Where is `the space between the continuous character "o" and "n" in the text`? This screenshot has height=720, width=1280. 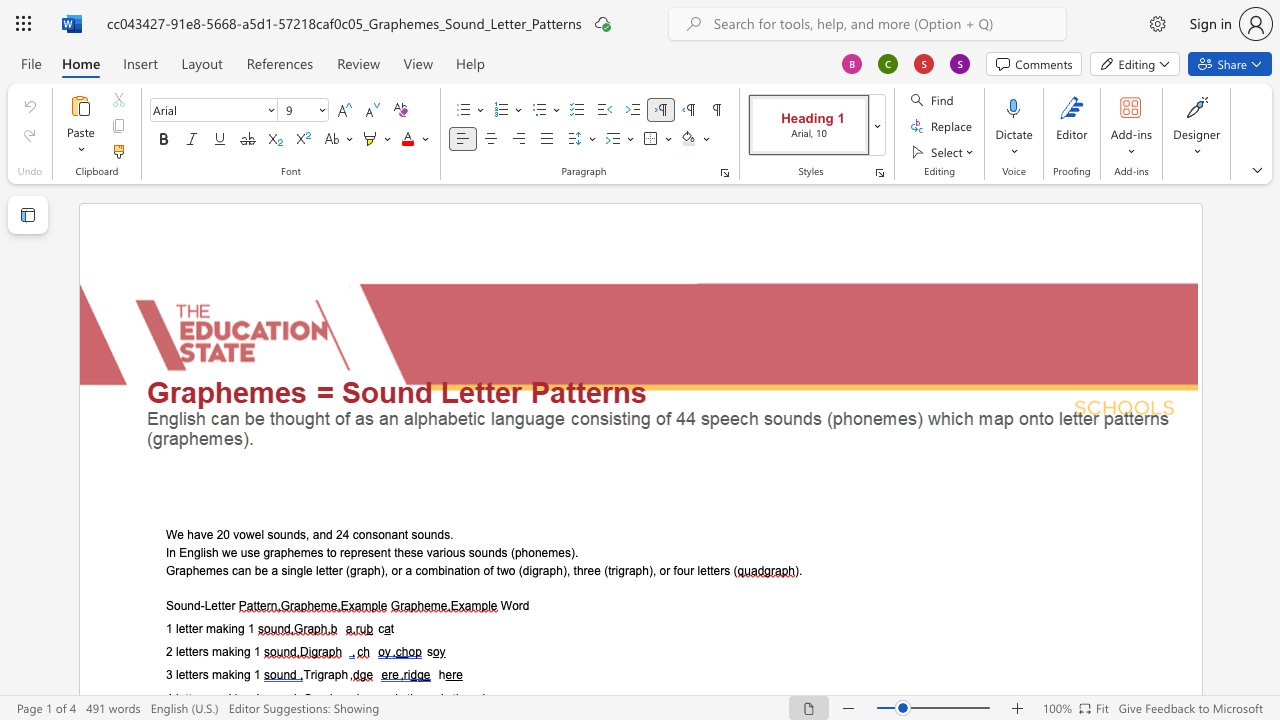 the space between the continuous character "o" and "n" in the text is located at coordinates (472, 570).